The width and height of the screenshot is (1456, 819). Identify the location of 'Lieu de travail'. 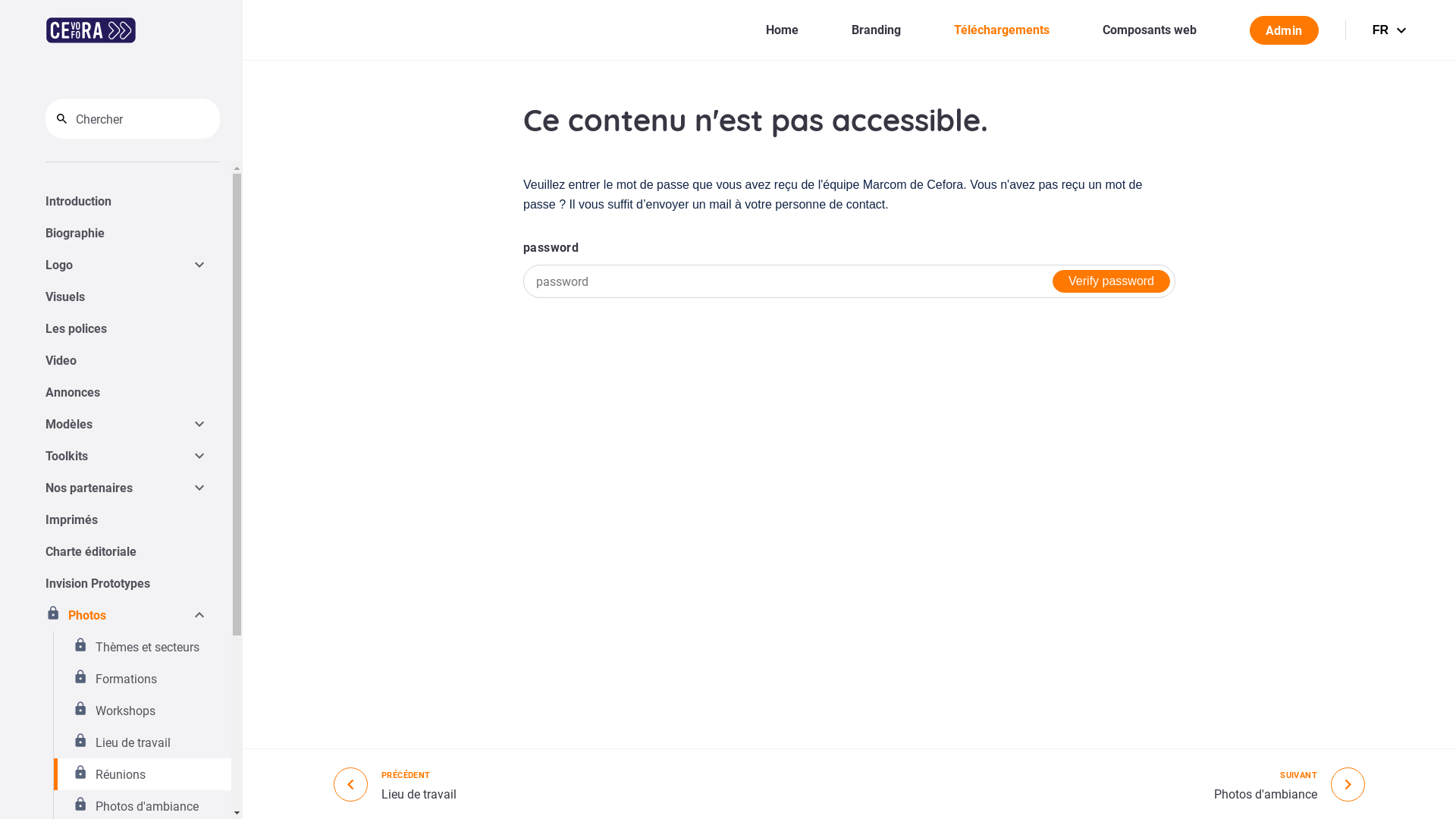
(142, 742).